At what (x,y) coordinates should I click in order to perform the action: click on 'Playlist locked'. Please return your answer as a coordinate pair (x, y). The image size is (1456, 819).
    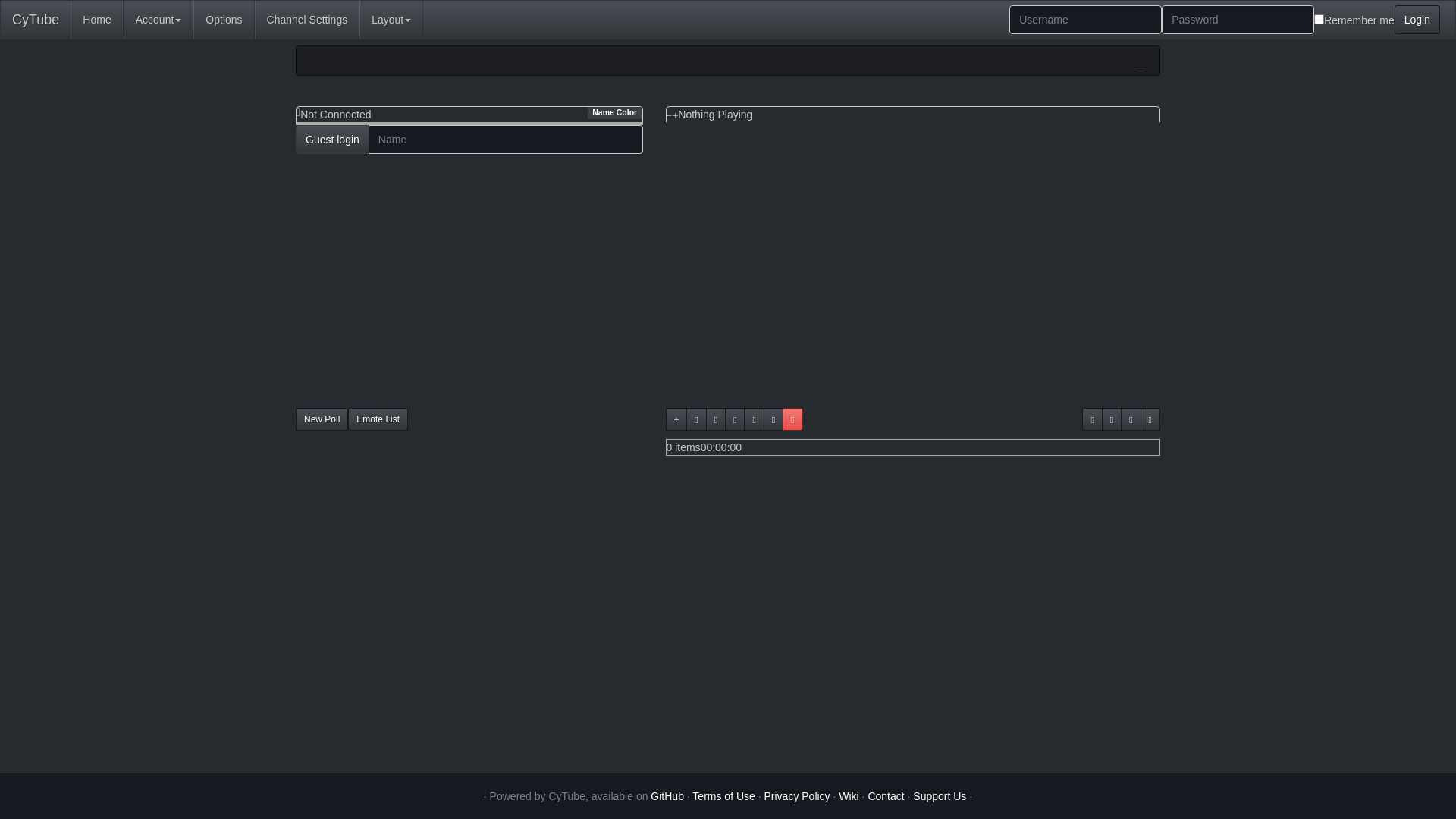
    Looking at the image, I should click on (792, 419).